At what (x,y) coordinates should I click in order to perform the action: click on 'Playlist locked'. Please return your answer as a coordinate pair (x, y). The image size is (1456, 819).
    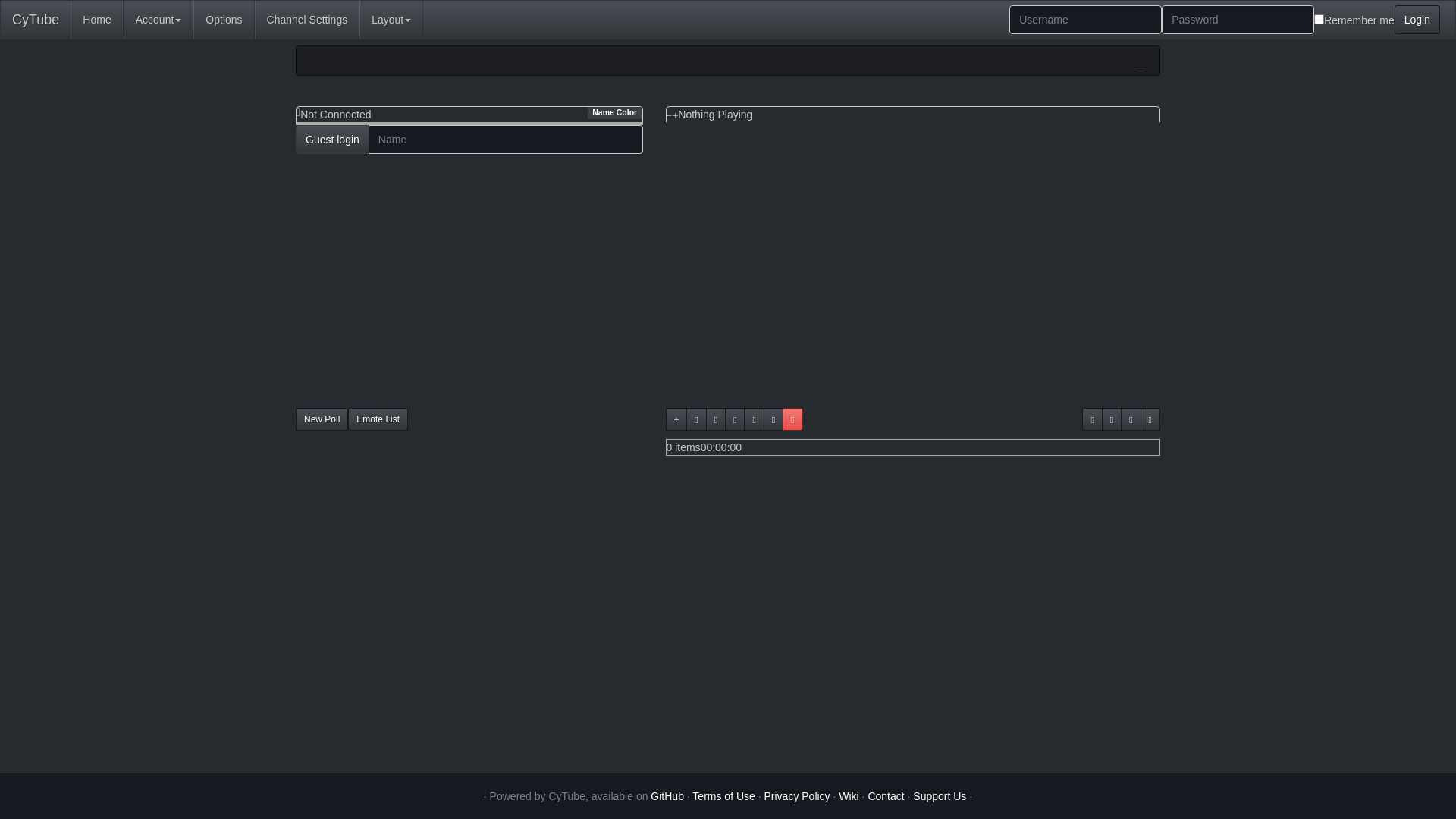
    Looking at the image, I should click on (792, 419).